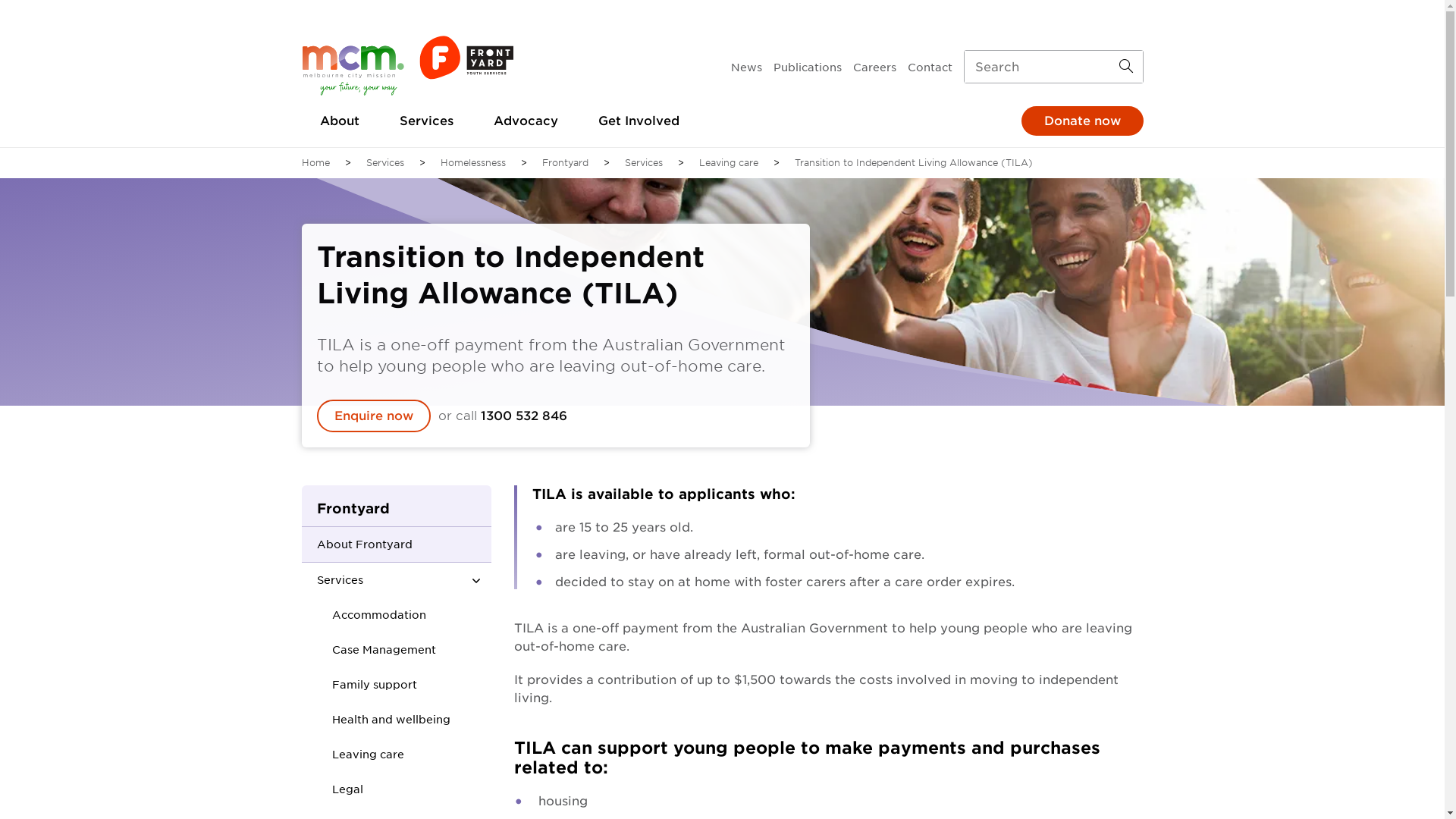  I want to click on 'Home', so click(302, 163).